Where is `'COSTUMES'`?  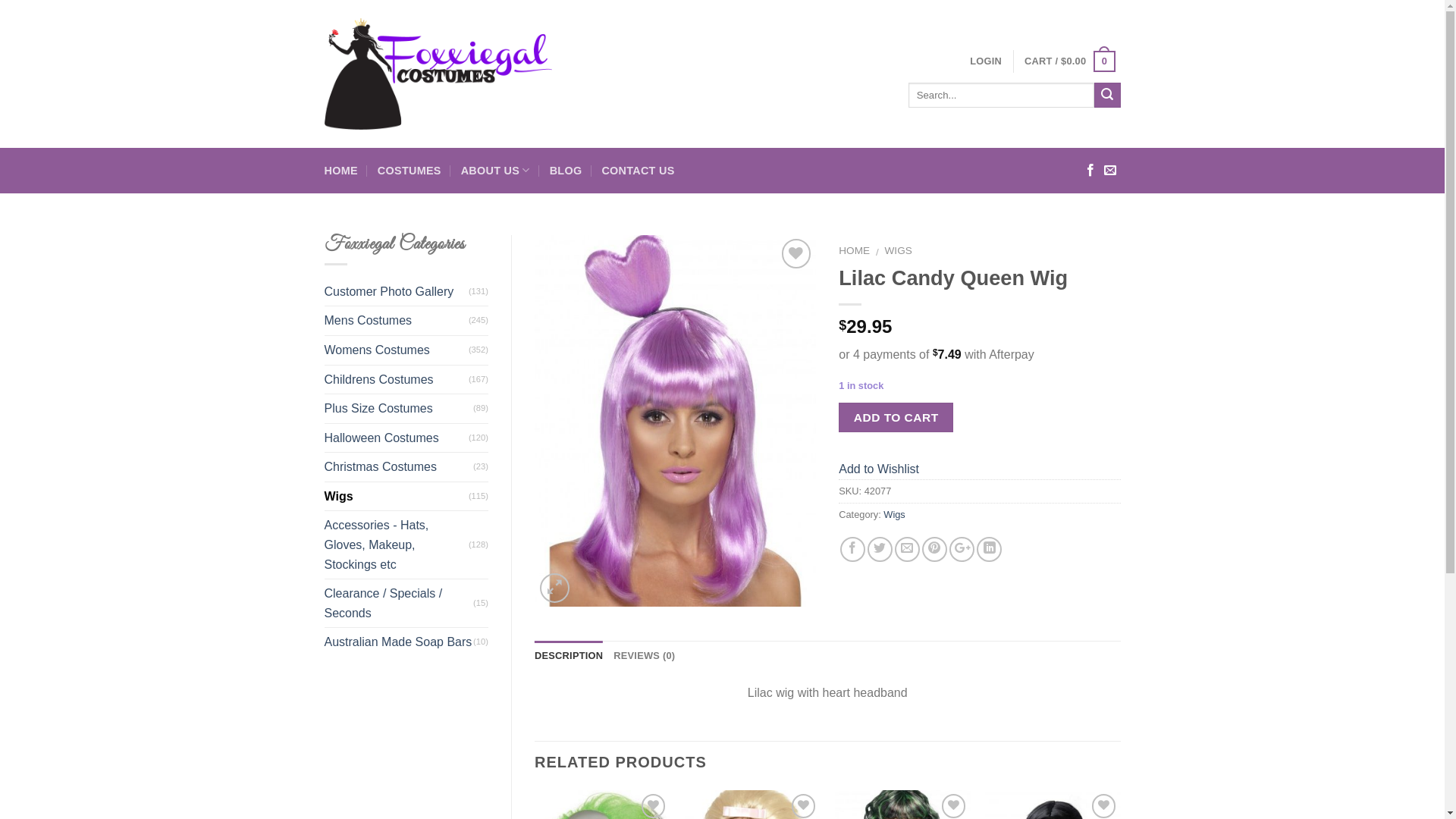
'COSTUMES' is located at coordinates (409, 170).